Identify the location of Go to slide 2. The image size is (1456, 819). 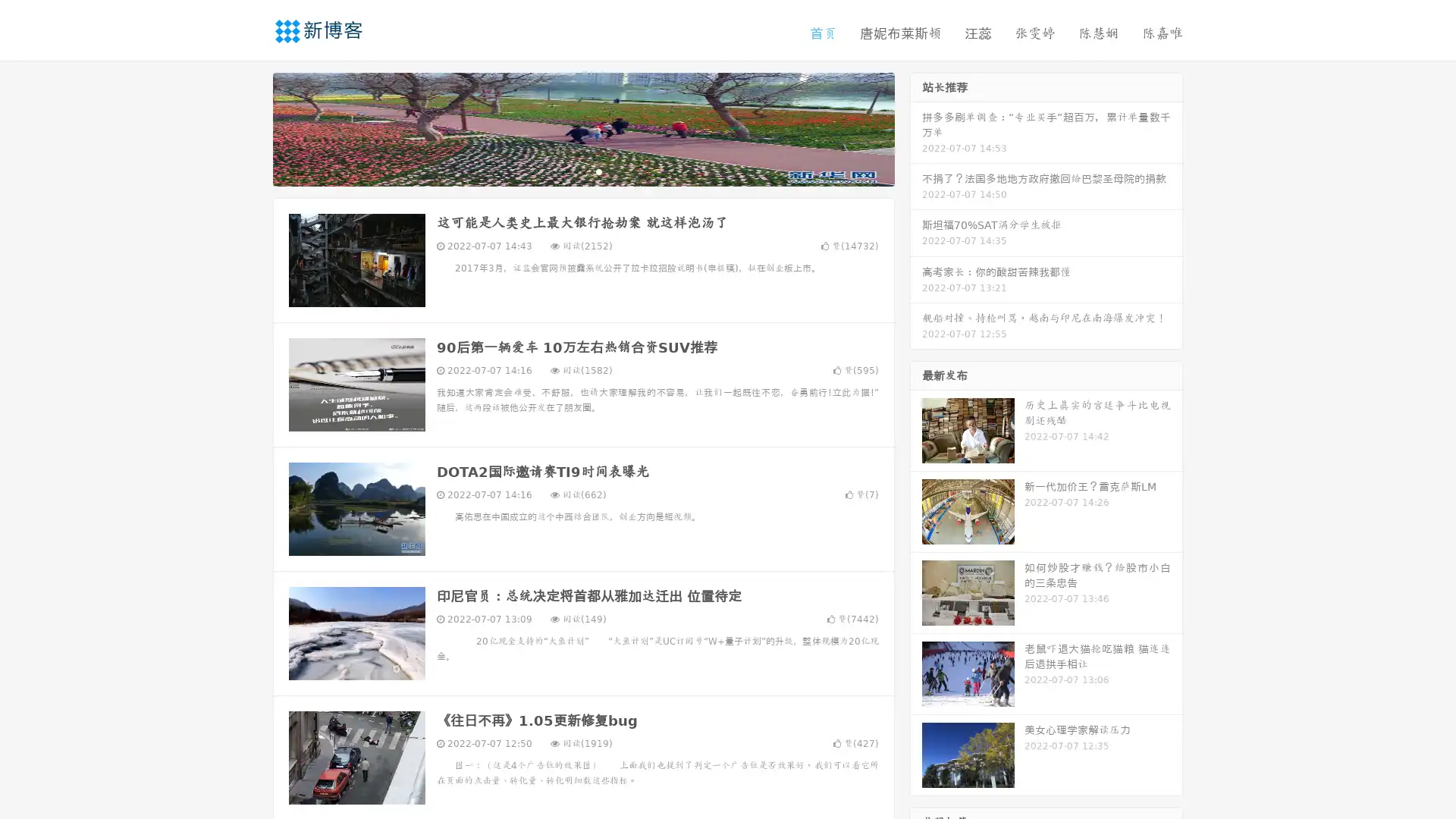
(582, 171).